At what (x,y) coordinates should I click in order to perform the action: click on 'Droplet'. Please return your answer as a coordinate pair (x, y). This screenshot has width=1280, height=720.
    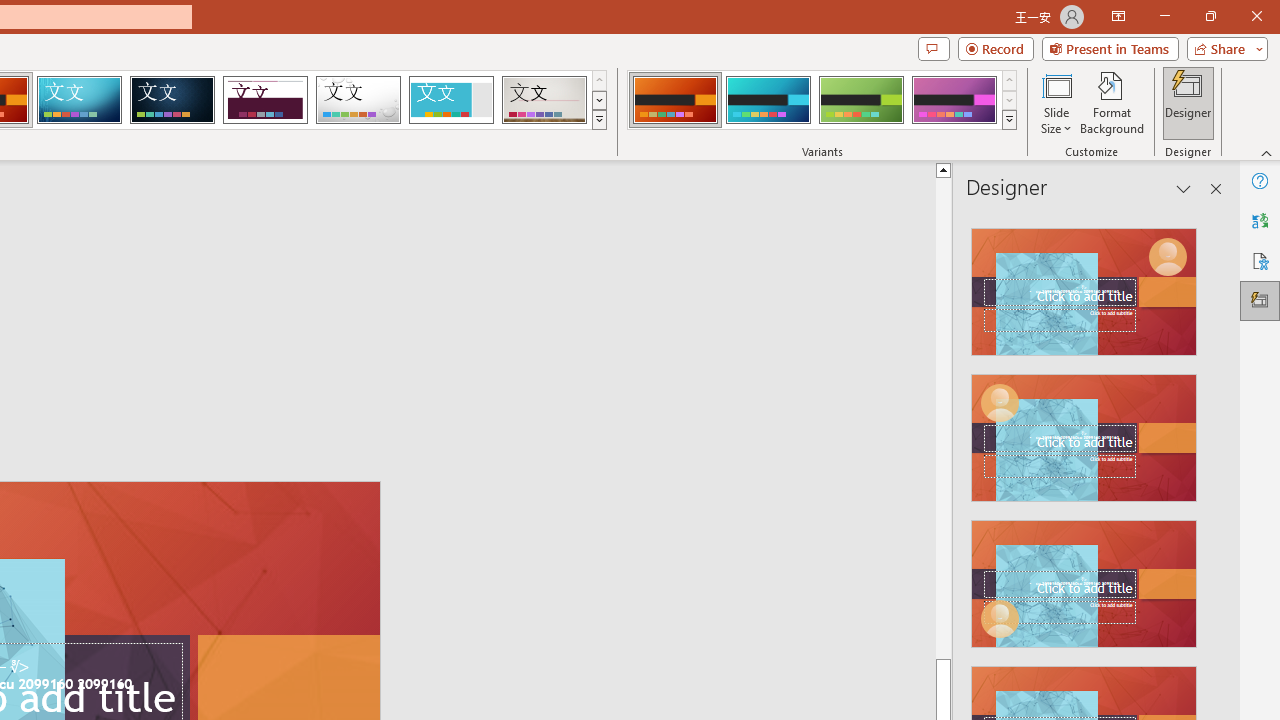
    Looking at the image, I should click on (358, 100).